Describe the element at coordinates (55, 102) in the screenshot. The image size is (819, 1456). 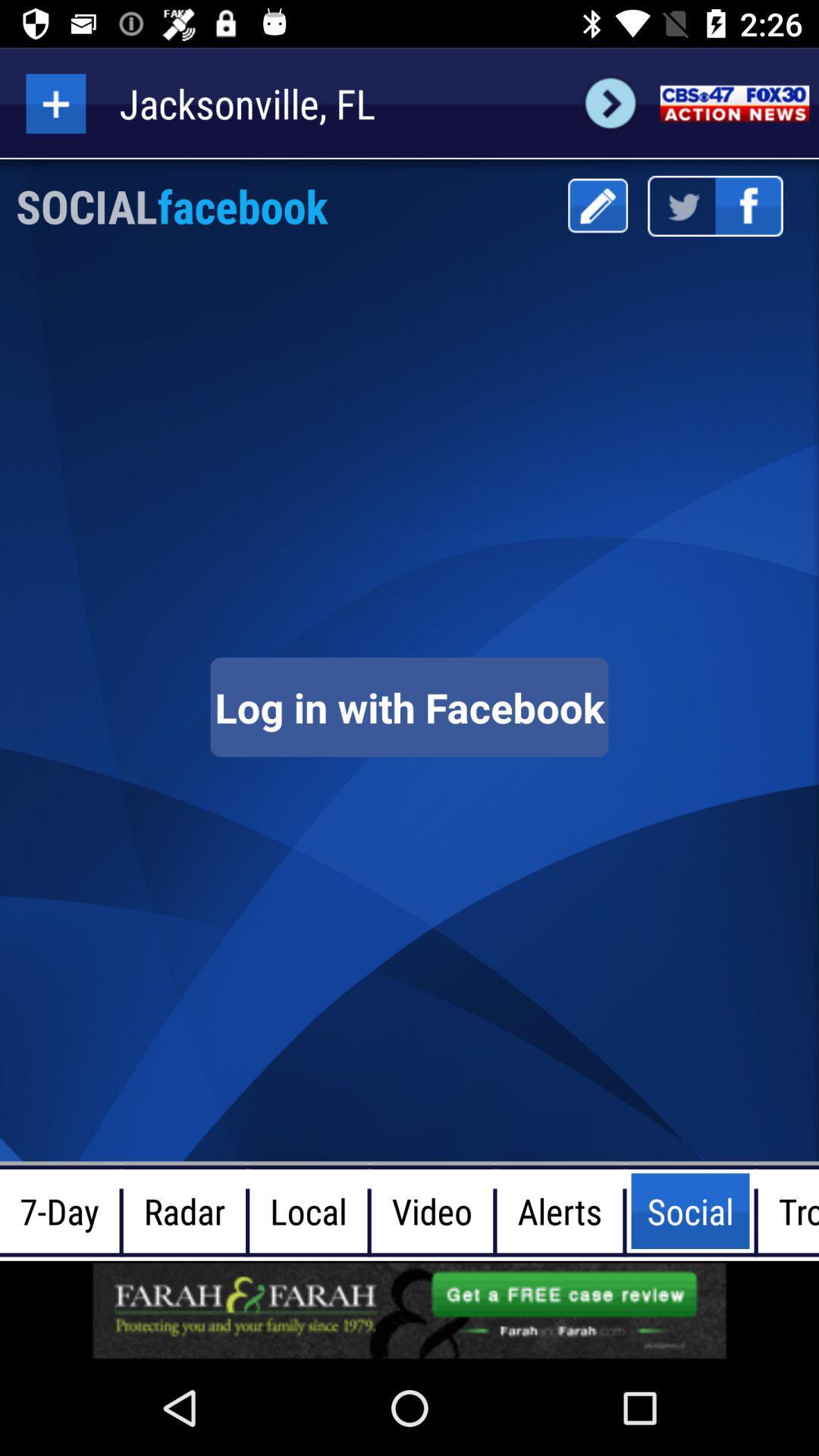
I see `add button` at that location.